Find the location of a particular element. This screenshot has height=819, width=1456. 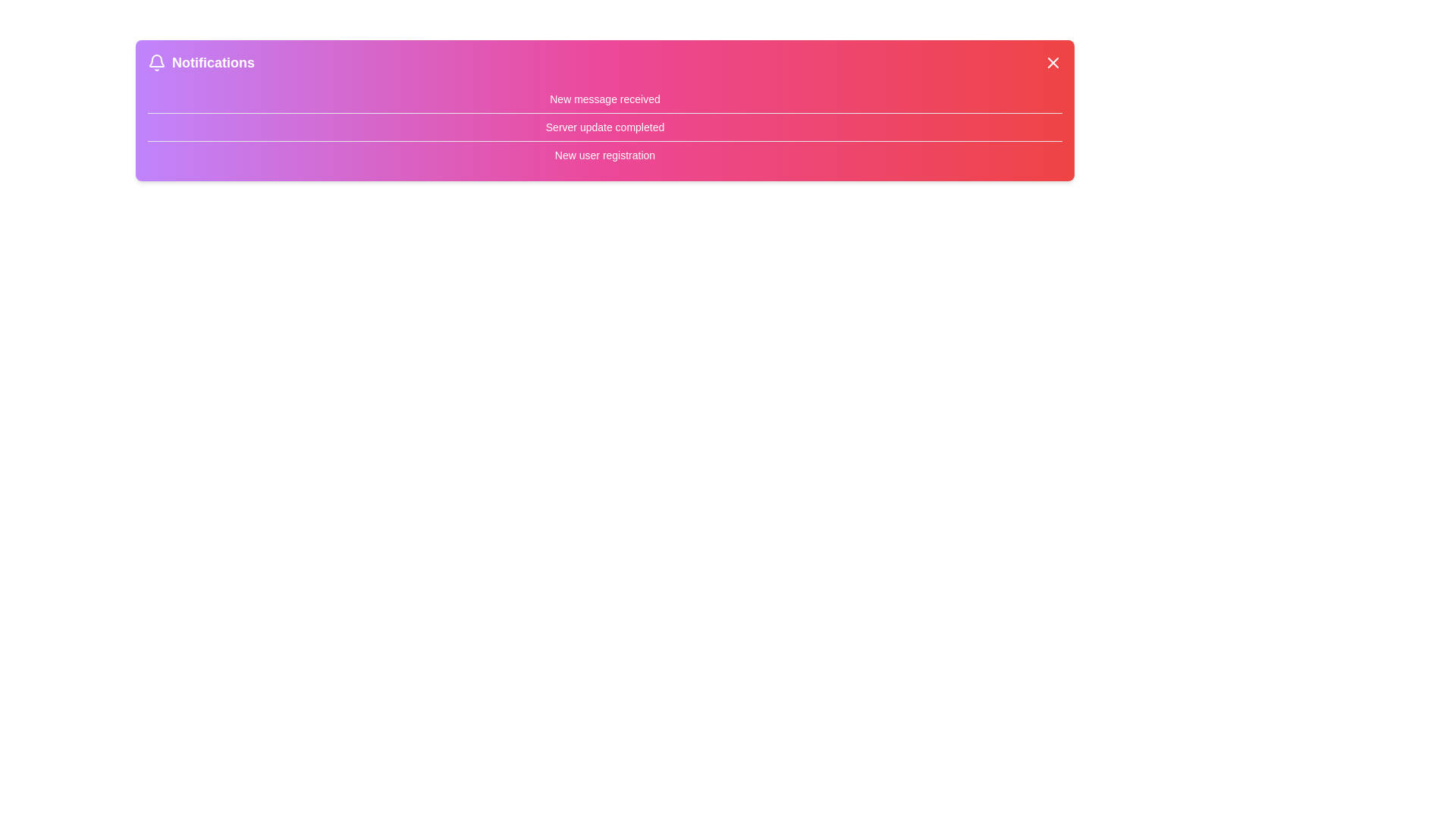

the close button icon located at the top-right corner of the notification panel is located at coordinates (1052, 62).